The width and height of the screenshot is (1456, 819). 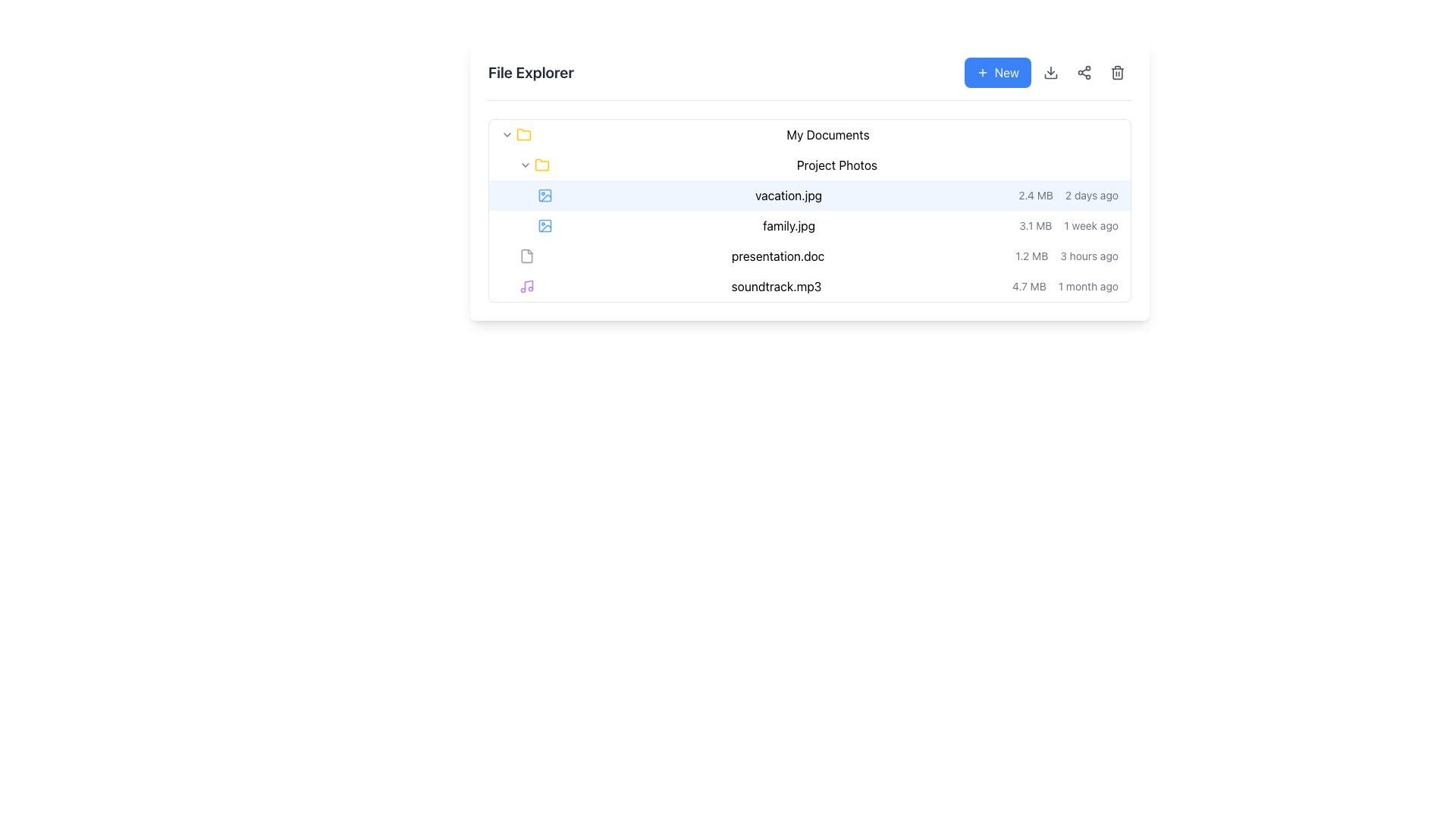 I want to click on the 'Delete' icon button located in the top-right corner of the interface, so click(x=1117, y=73).